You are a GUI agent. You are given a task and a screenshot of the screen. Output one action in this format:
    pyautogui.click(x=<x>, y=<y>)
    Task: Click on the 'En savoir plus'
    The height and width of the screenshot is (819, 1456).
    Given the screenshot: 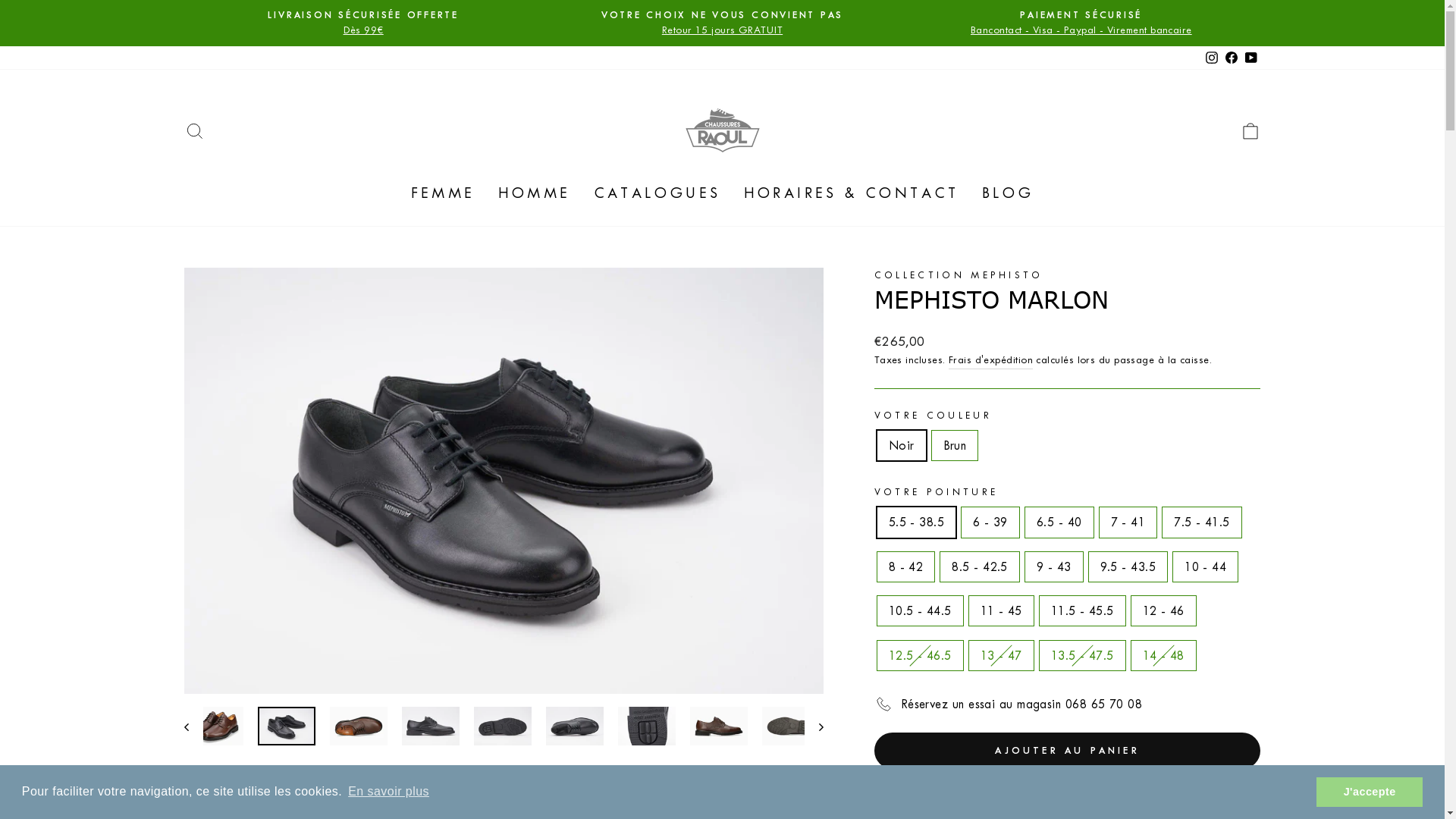 What is the action you would take?
    pyautogui.click(x=388, y=791)
    